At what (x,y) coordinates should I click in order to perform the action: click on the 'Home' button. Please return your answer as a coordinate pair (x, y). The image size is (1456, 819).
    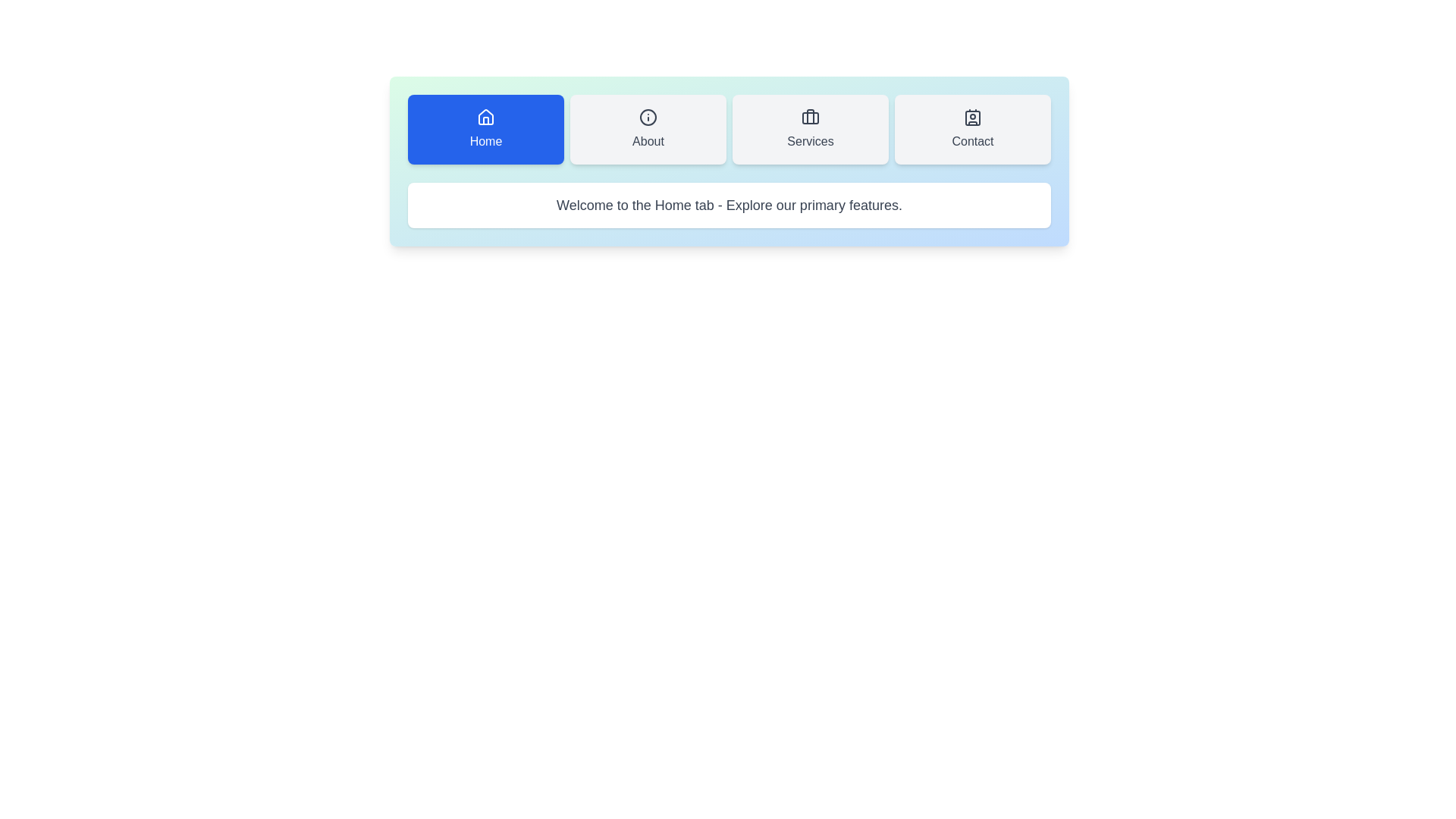
    Looking at the image, I should click on (486, 128).